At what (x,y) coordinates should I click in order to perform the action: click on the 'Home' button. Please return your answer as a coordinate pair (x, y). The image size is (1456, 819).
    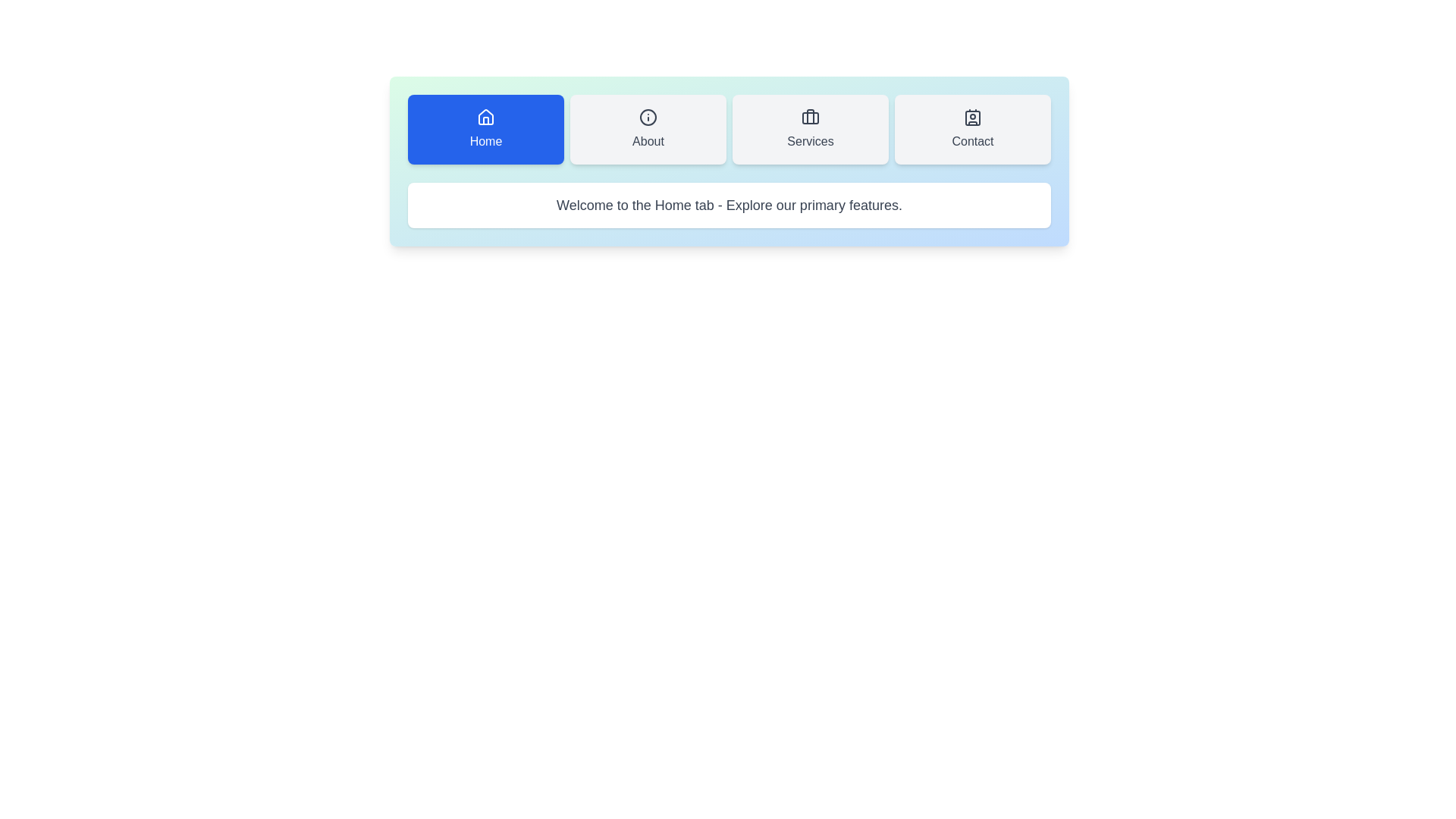
    Looking at the image, I should click on (486, 128).